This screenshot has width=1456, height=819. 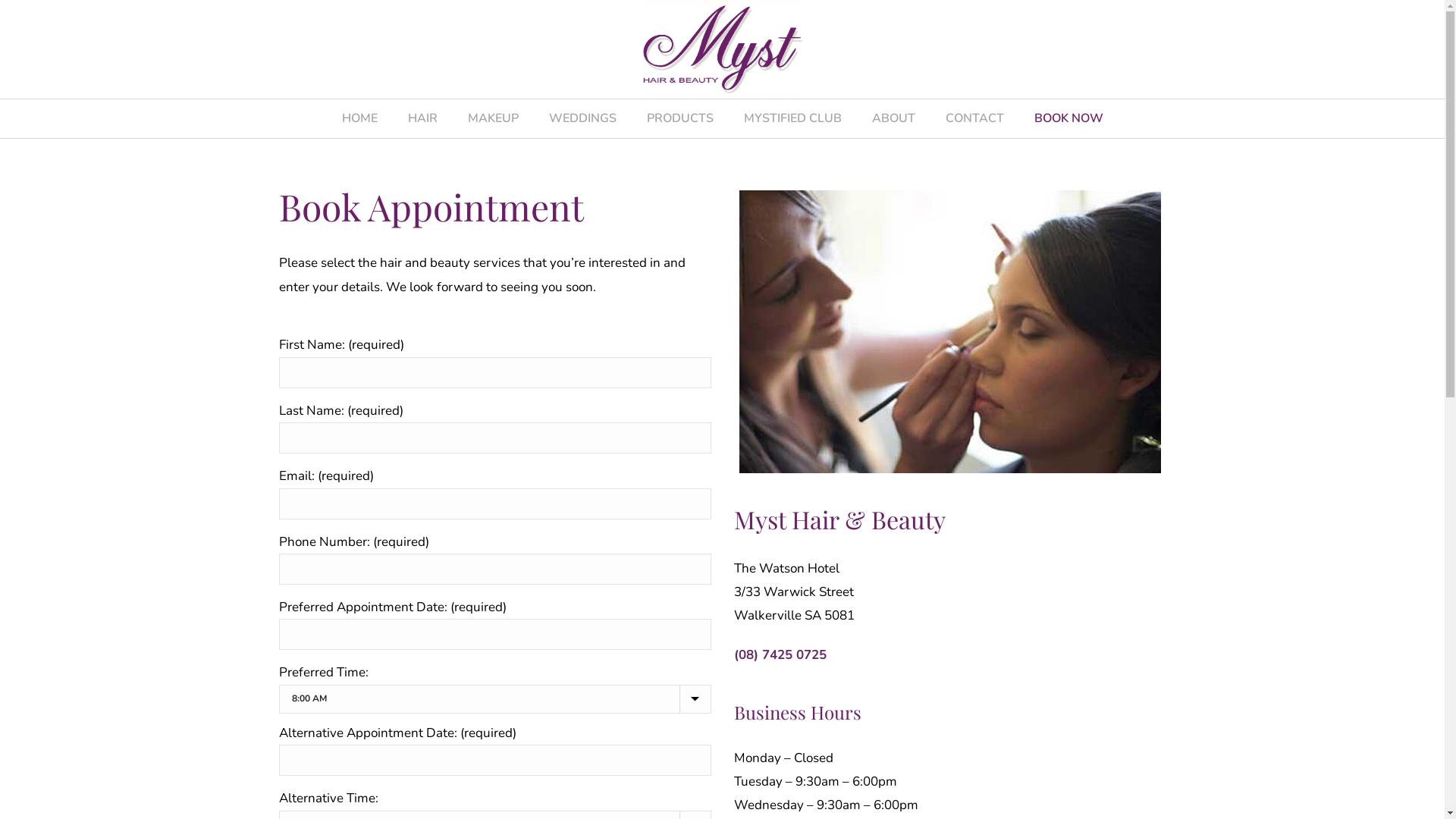 What do you see at coordinates (422, 118) in the screenshot?
I see `'HAIR'` at bounding box center [422, 118].